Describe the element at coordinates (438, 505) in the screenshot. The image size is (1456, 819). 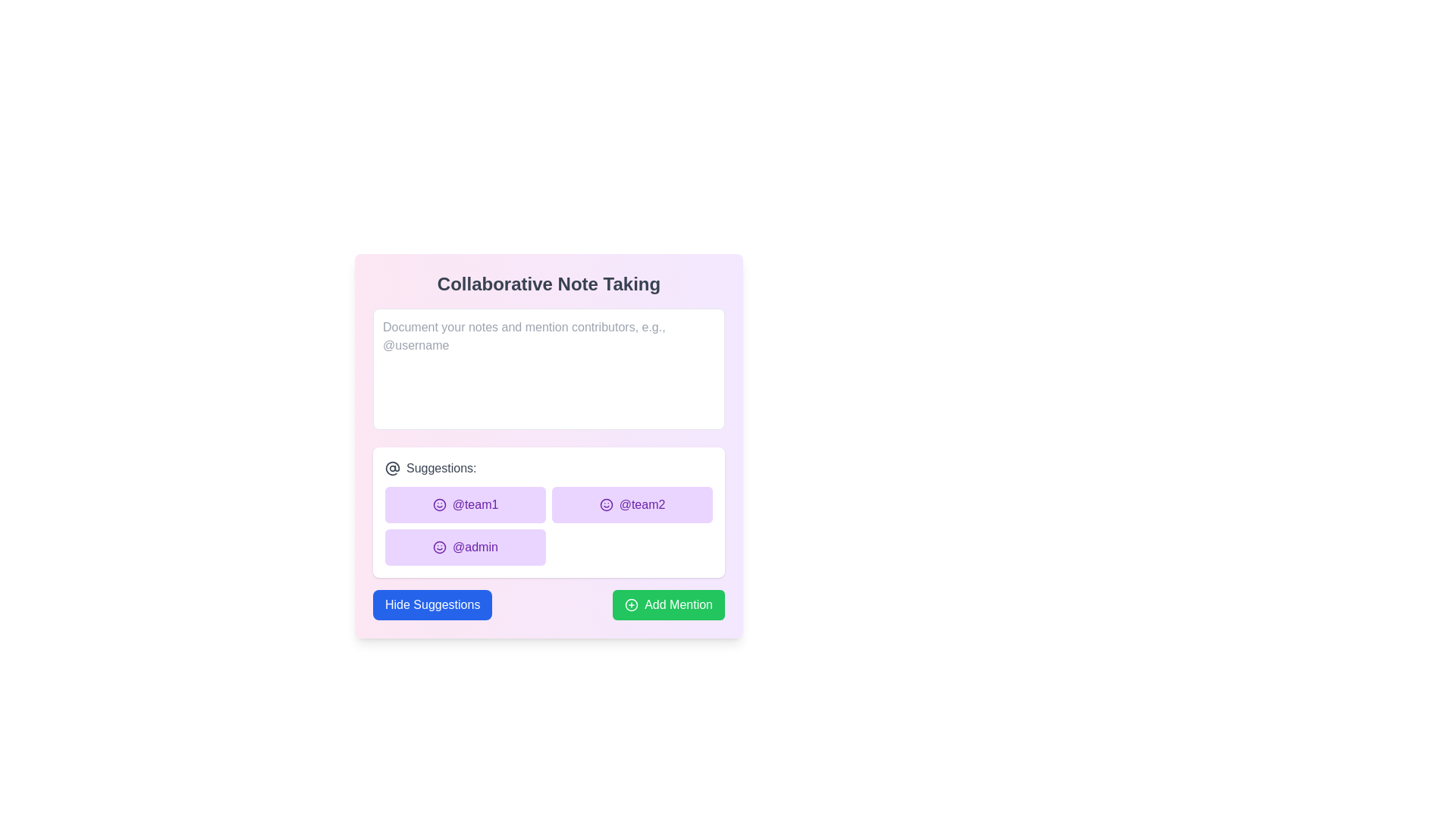
I see `the central circle component of the smiley icon located in the suggestions area beneath the text input field, to the left of mention buttons` at that location.